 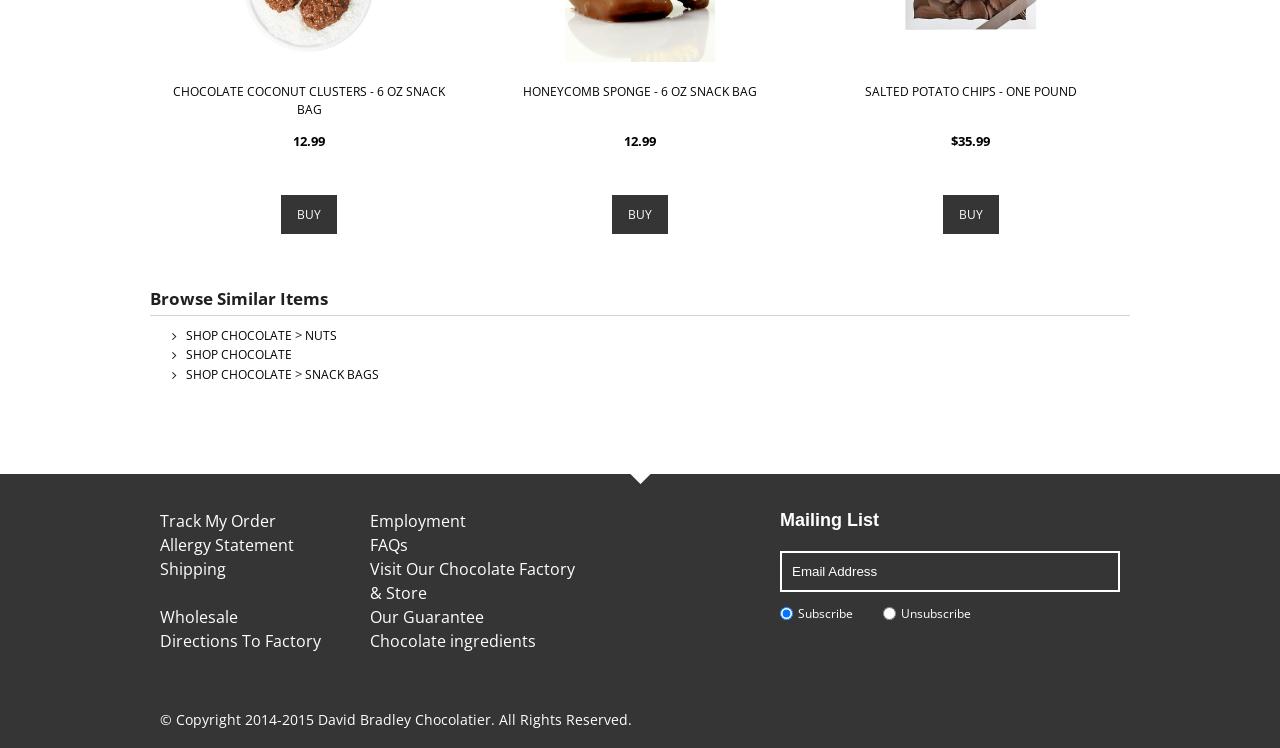 What do you see at coordinates (969, 90) in the screenshot?
I see `'Salted Potato Chips - One Pound'` at bounding box center [969, 90].